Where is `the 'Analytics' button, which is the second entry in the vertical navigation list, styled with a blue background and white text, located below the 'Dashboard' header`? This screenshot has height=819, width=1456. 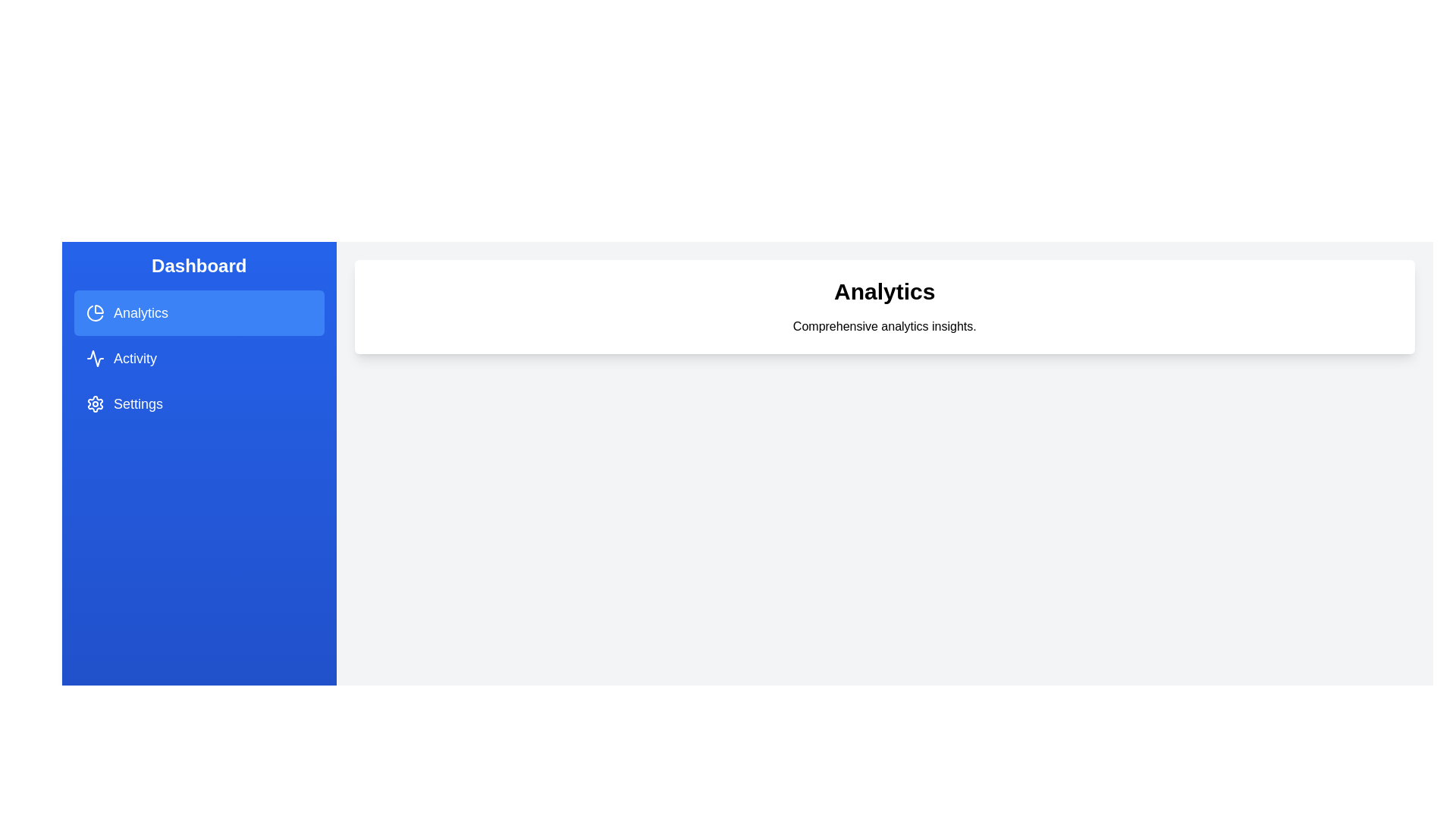
the 'Analytics' button, which is the second entry in the vertical navigation list, styled with a blue background and white text, located below the 'Dashboard' header is located at coordinates (198, 339).